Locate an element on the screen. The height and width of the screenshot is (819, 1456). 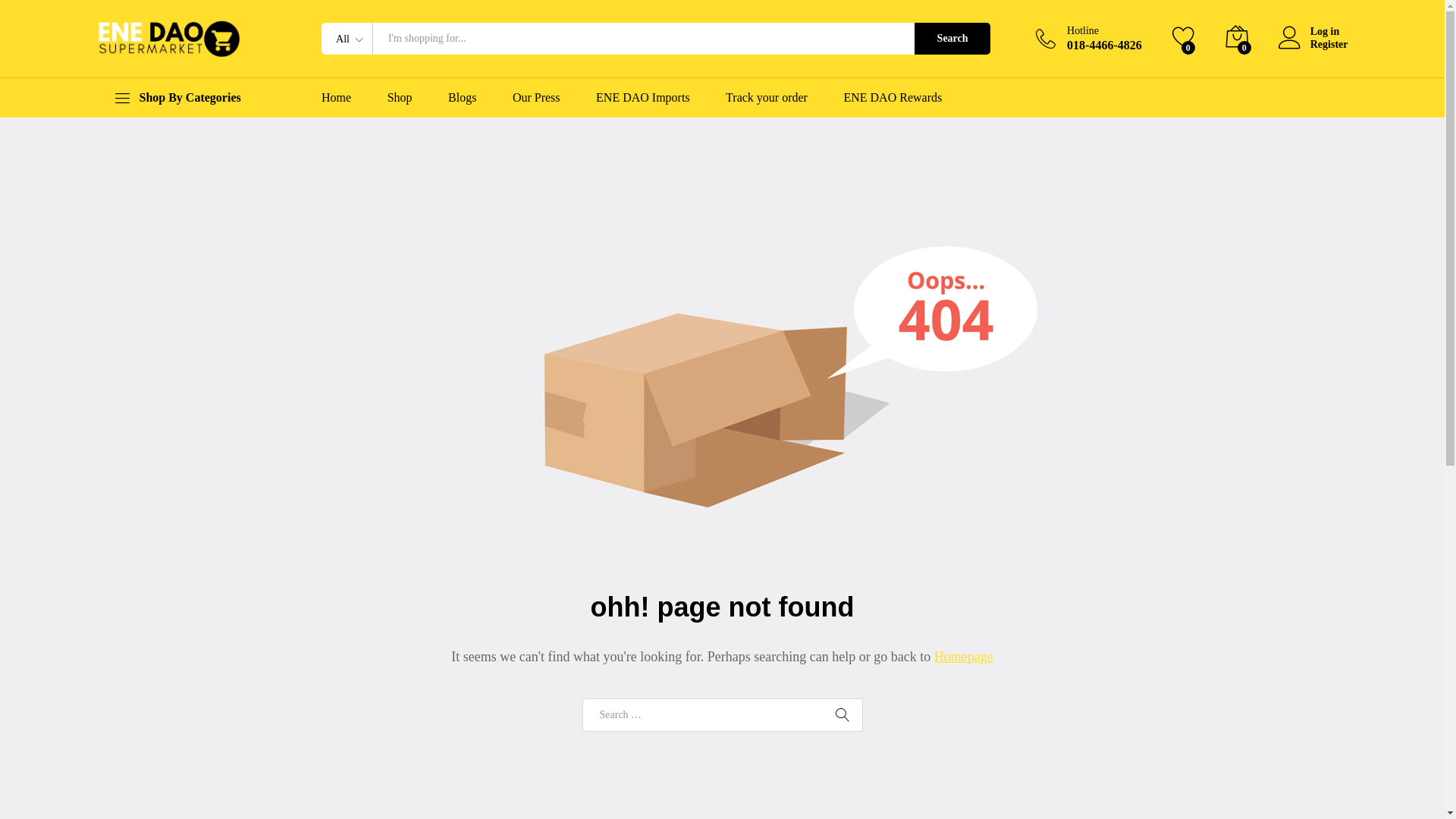
'Our Press' is located at coordinates (513, 97).